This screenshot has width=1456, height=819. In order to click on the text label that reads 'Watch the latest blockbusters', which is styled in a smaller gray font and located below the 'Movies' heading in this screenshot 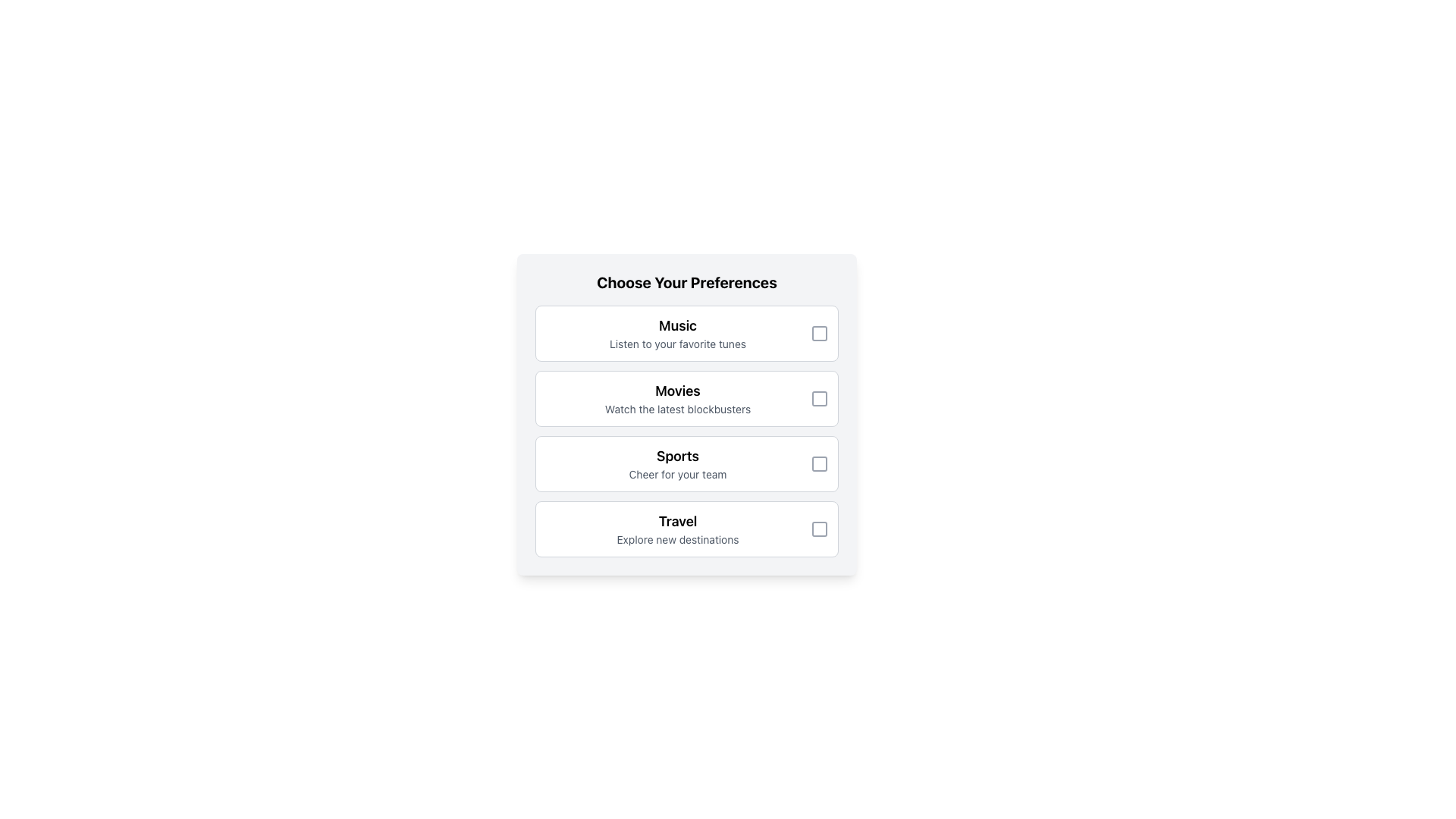, I will do `click(676, 409)`.